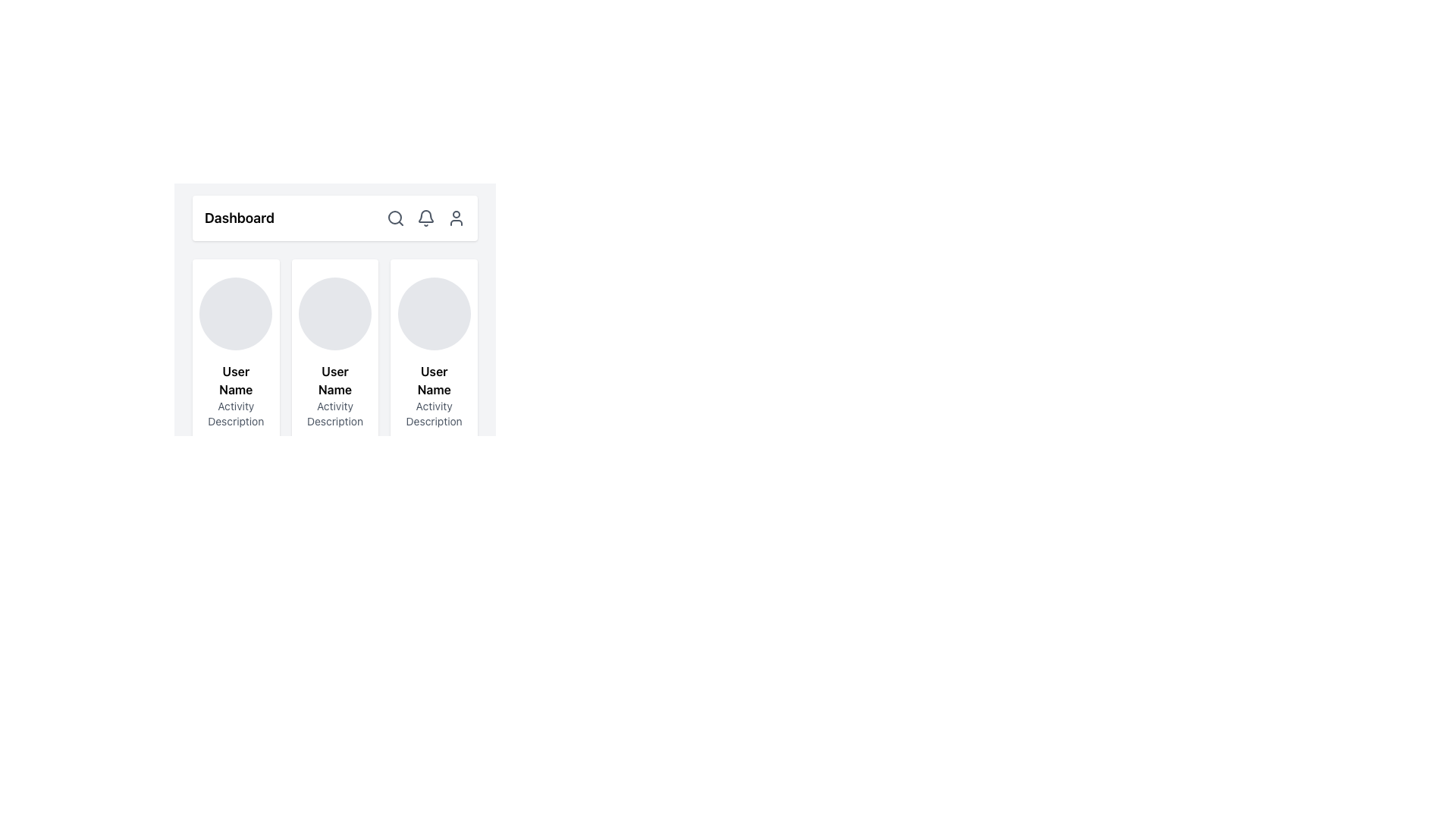 This screenshot has width=1456, height=819. What do you see at coordinates (455, 218) in the screenshot?
I see `the user icon, which is a line-drawn style icon with a circular head and curved body, located in the top-right corner of the navigation bar` at bounding box center [455, 218].